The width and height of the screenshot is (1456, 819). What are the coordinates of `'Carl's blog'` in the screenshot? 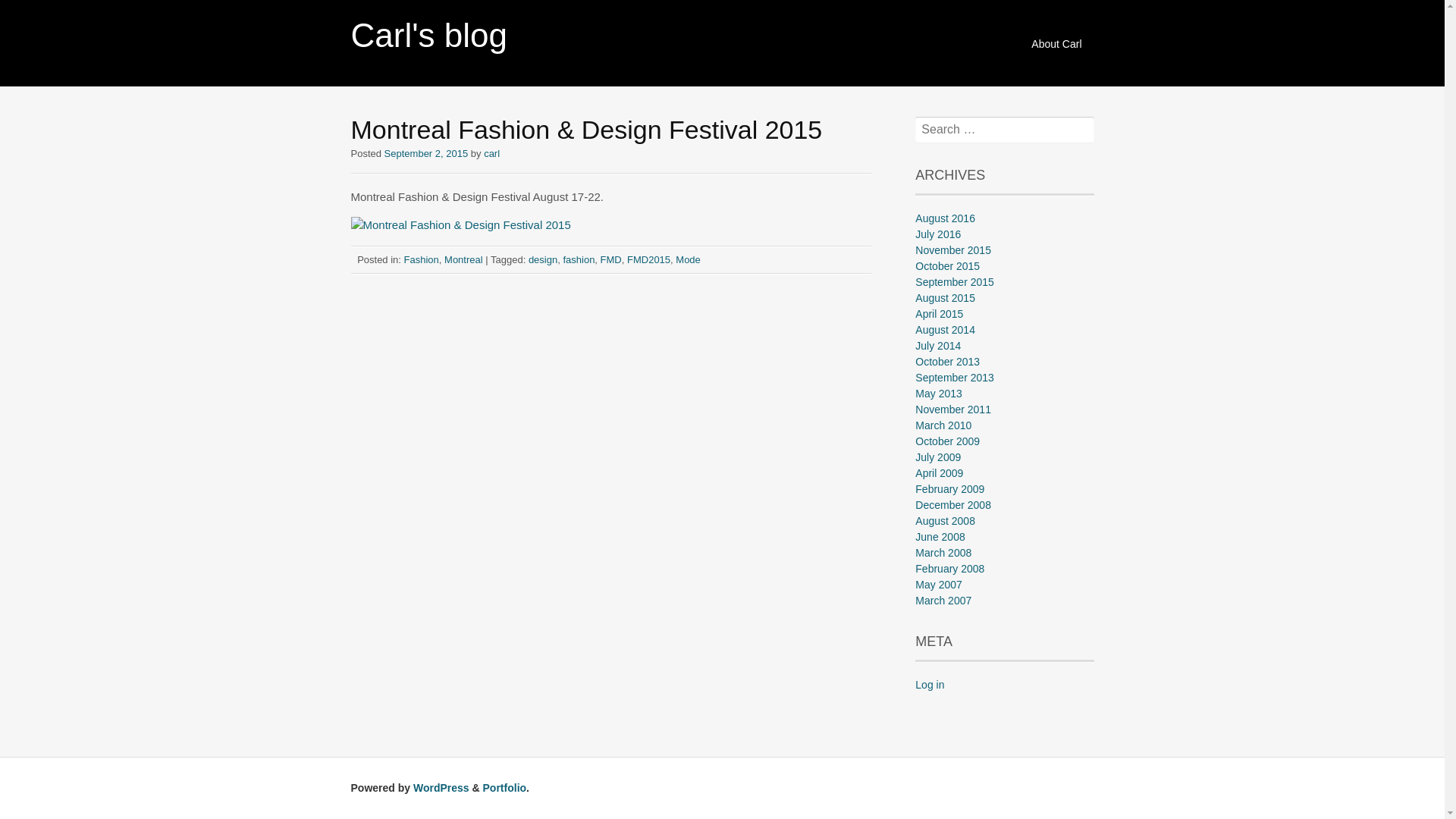 It's located at (349, 34).